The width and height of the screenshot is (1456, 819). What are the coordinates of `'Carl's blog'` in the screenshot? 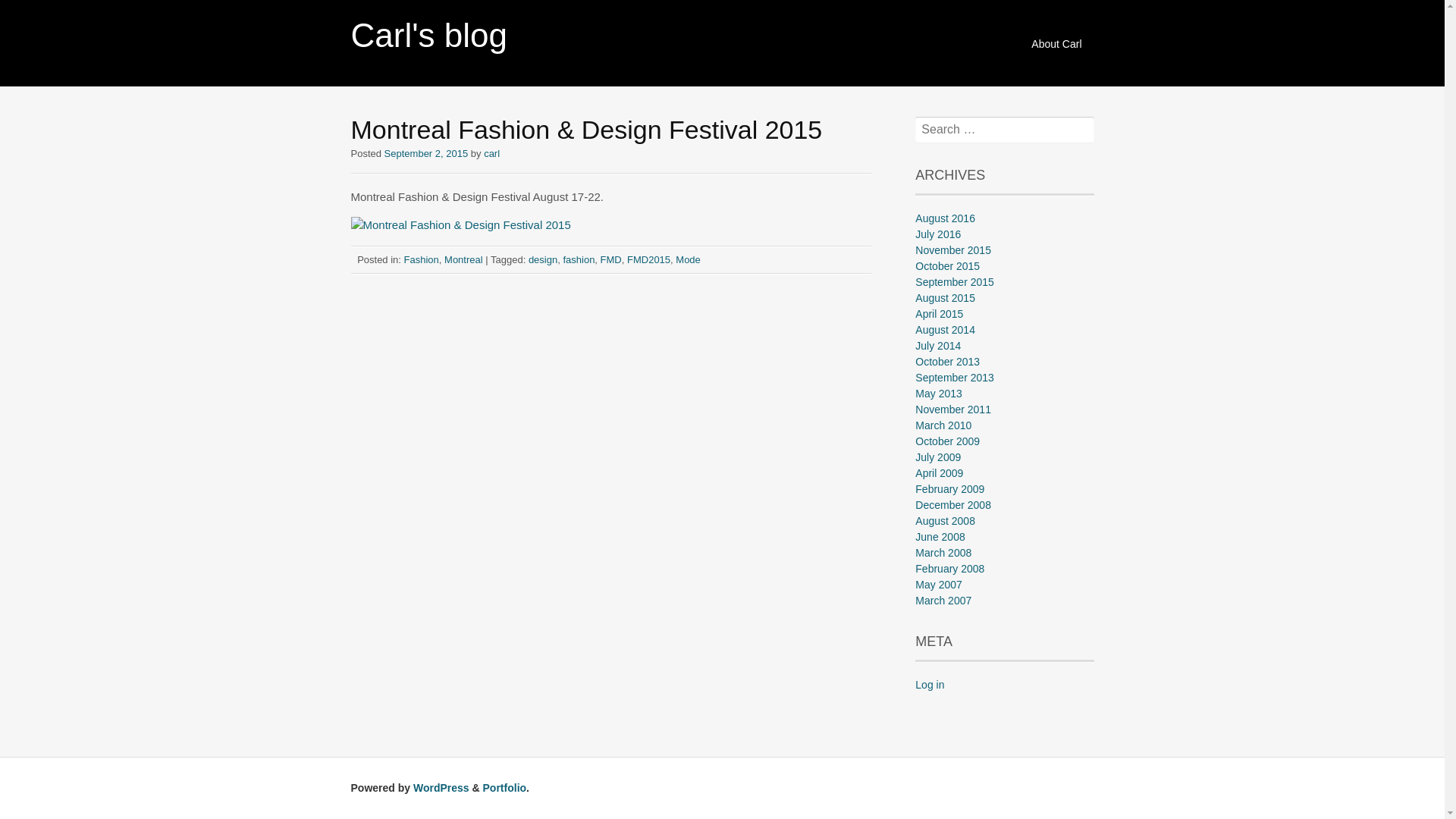 It's located at (349, 34).